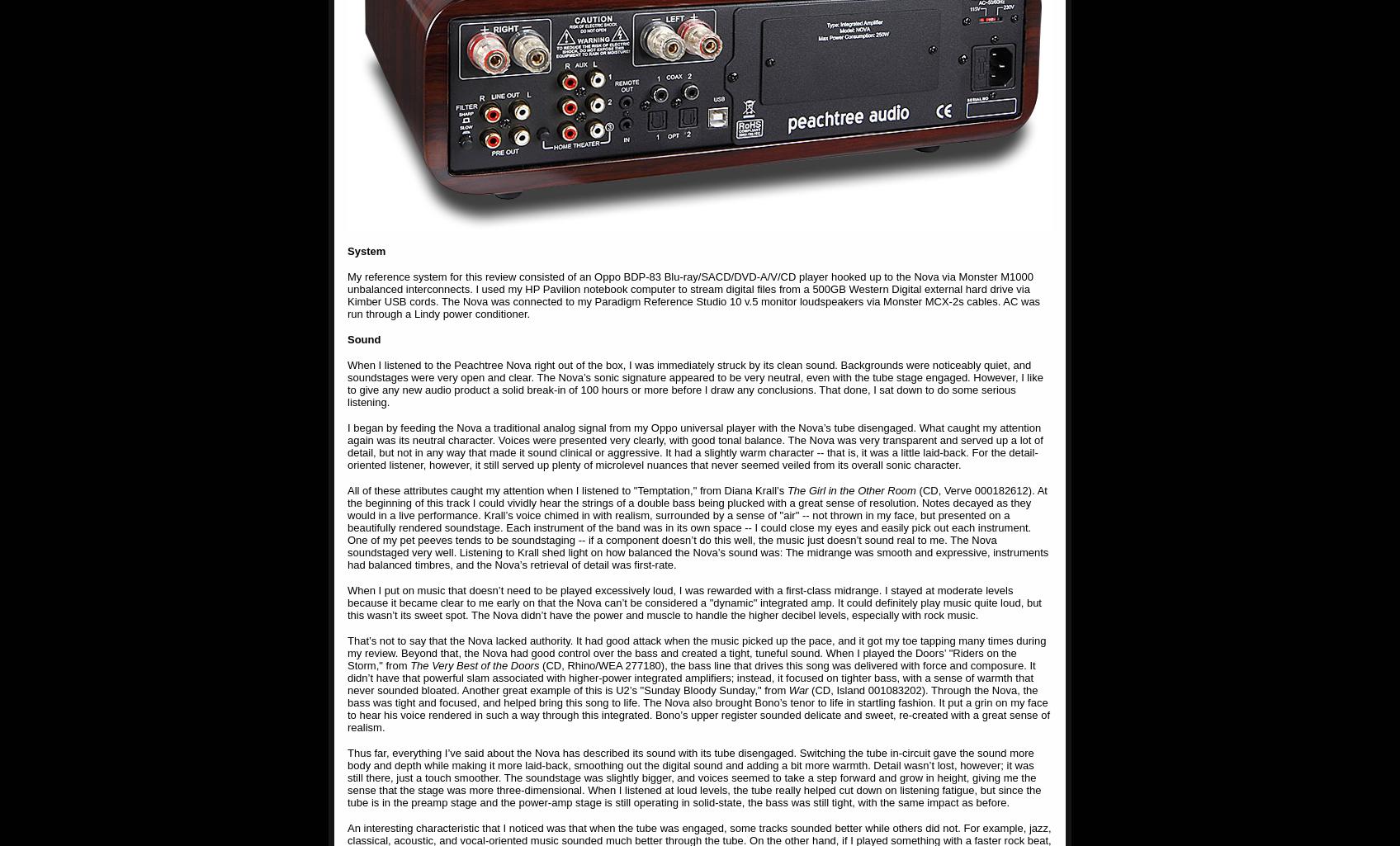 The height and width of the screenshot is (846, 1400). Describe the element at coordinates (346, 527) in the screenshot. I see `'(CD,
            Verve 000182612). At the beginning of this track I could vividly hear the strings of a
            double bass being plucked with a great sense of resolution. Notes decayed as they would in
            a live performance. Krall’s voice chimed in with realism, surrounded by a sense of
            "air" -- not thrown in my face, but presented on a beautifully rendered
            soundstage. Each instrument of the band was in its own space -- I could close my eyes and
            easily pick out each instrument. One of my pet peeves tends to be soundstaging -- if a
            component doesn’t do this well, the music just doesn’t sound real to me. The
            Nova soundstaged very well. Listening to Krall shed light on how balanced the Nova’s
            sound was: The midrange was smooth and expressive, instruments had balanced timbres, and
            the Nova’s retrieval of detail was first-rate.'` at that location.